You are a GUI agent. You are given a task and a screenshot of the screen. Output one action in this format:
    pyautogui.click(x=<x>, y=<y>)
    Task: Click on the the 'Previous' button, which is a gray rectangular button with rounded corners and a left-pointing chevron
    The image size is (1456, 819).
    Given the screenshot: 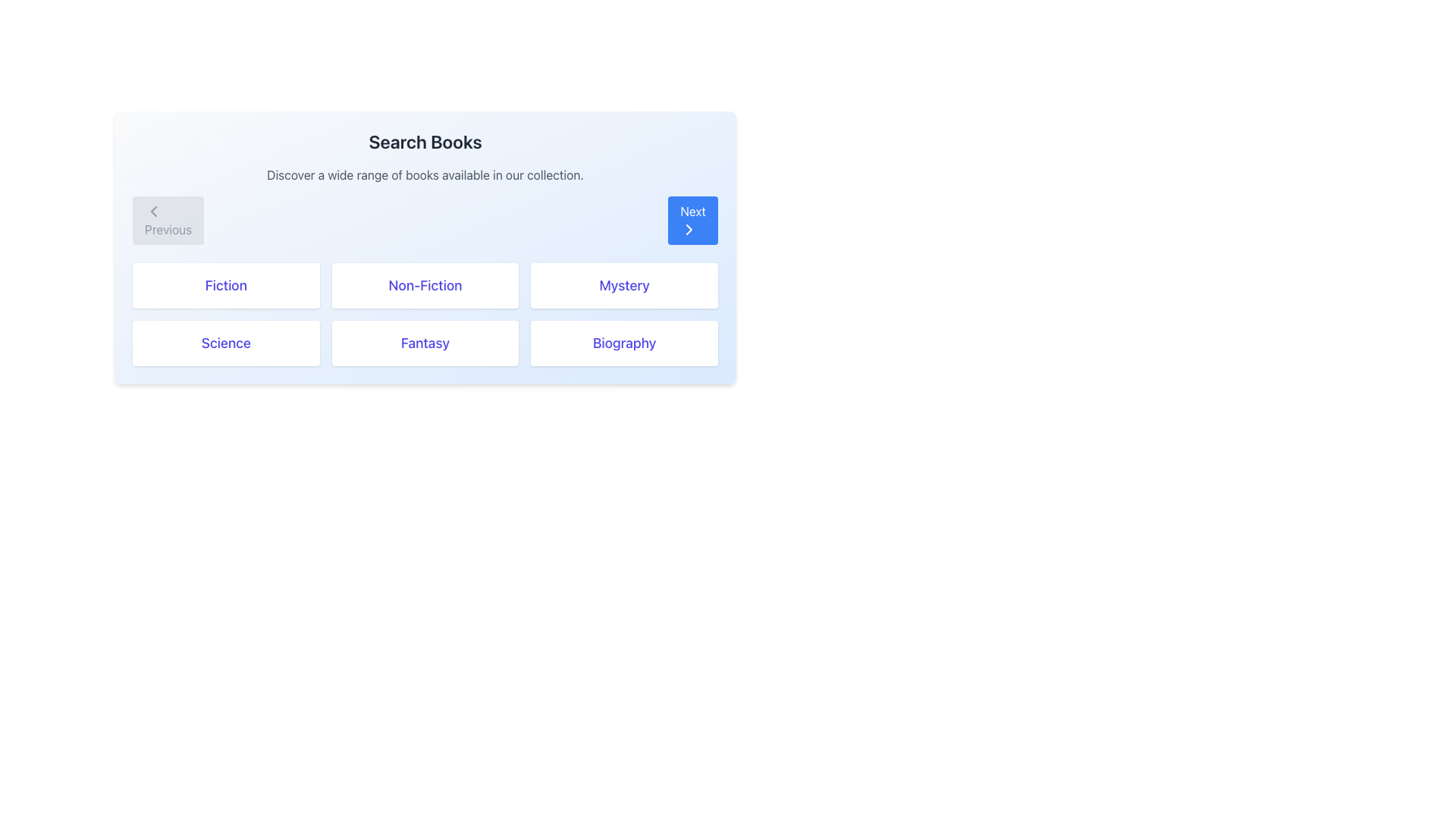 What is the action you would take?
    pyautogui.click(x=168, y=220)
    